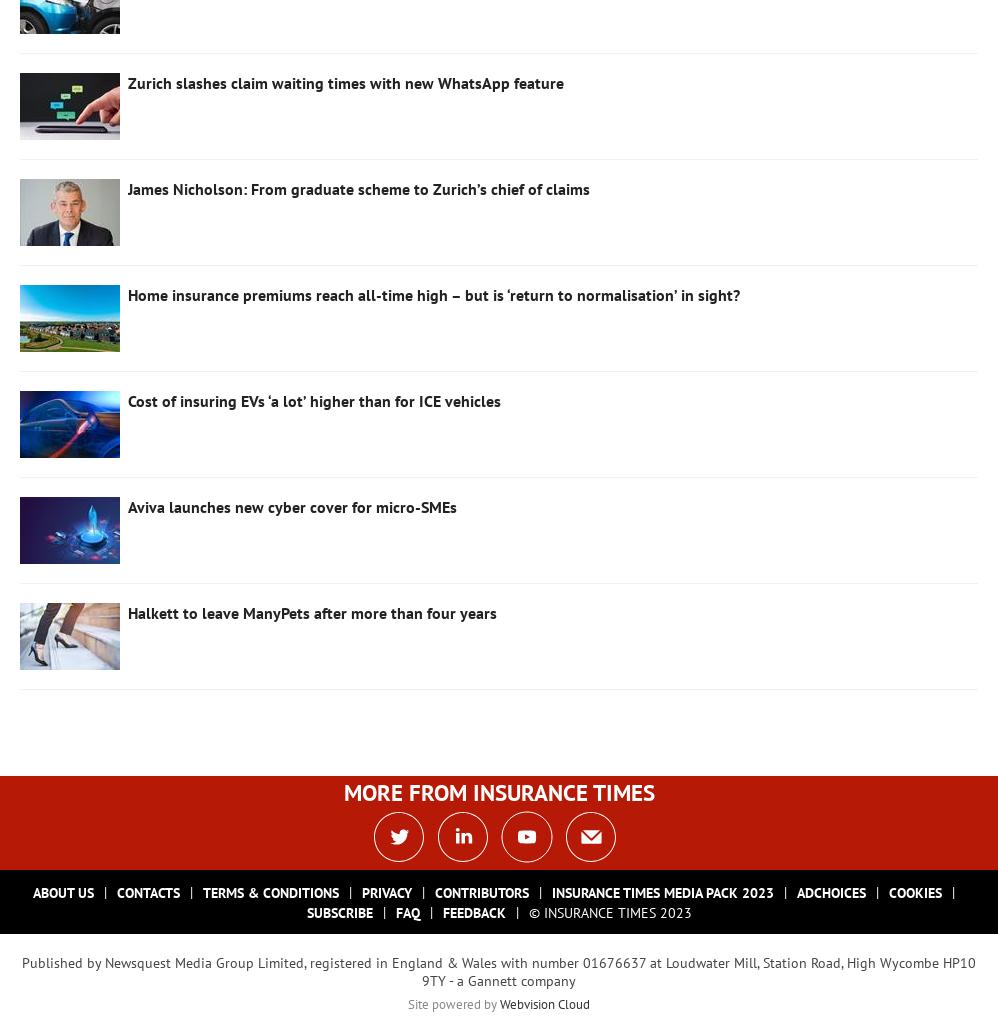  What do you see at coordinates (609, 911) in the screenshot?
I see `'© Insurance Times 2023'` at bounding box center [609, 911].